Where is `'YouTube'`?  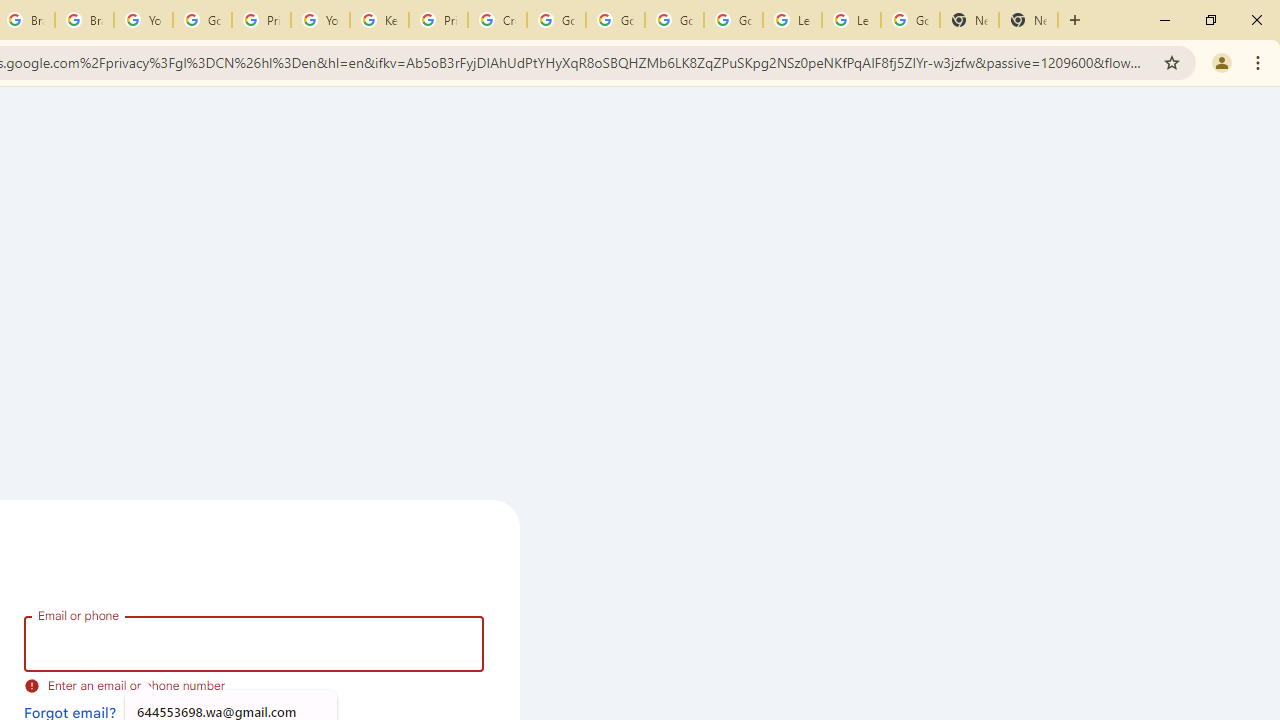 'YouTube' is located at coordinates (320, 20).